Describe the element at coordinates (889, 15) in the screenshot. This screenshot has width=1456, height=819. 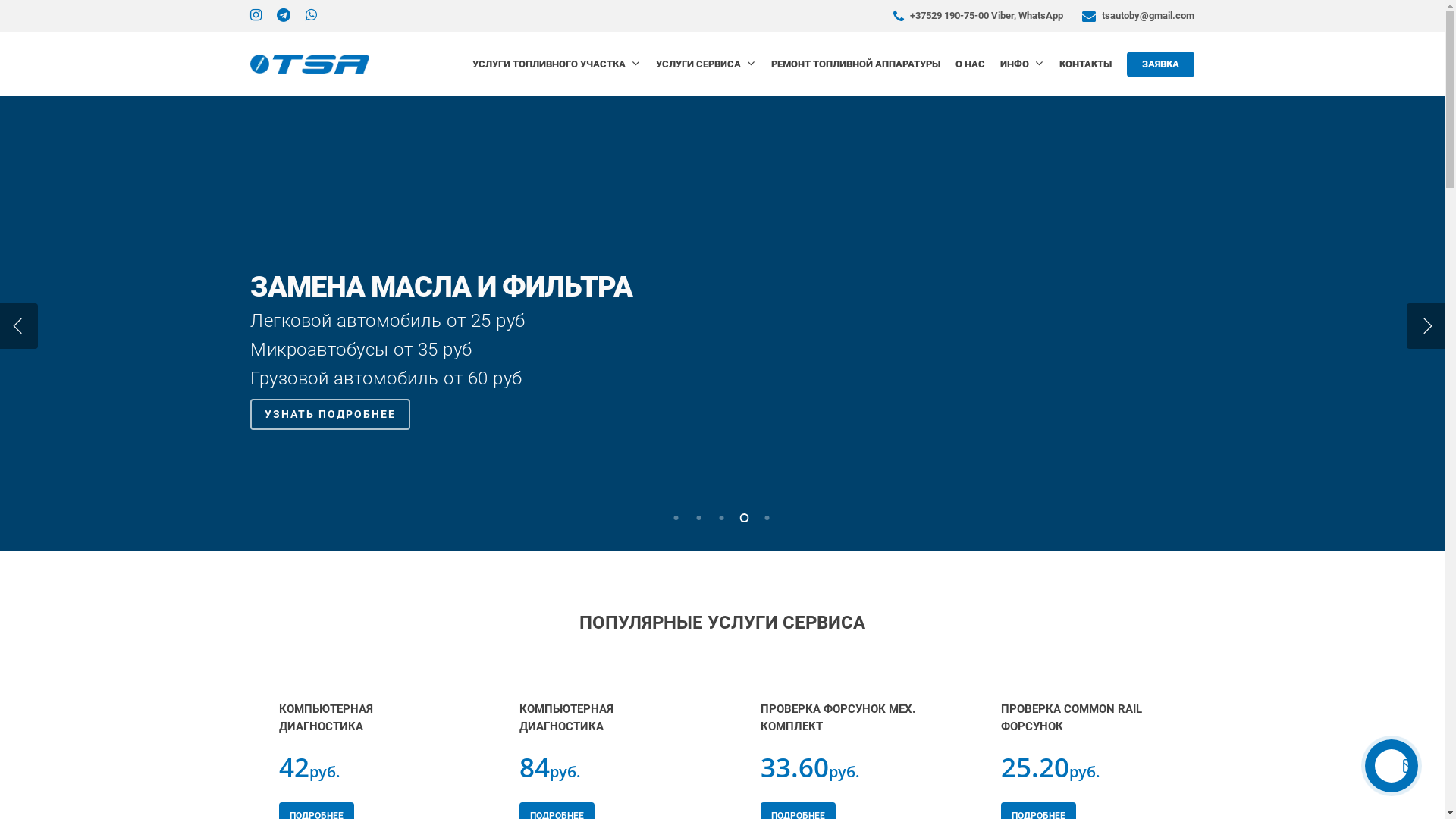
I see `'+37529 190-75-00 Viber, WhatsApp'` at that location.